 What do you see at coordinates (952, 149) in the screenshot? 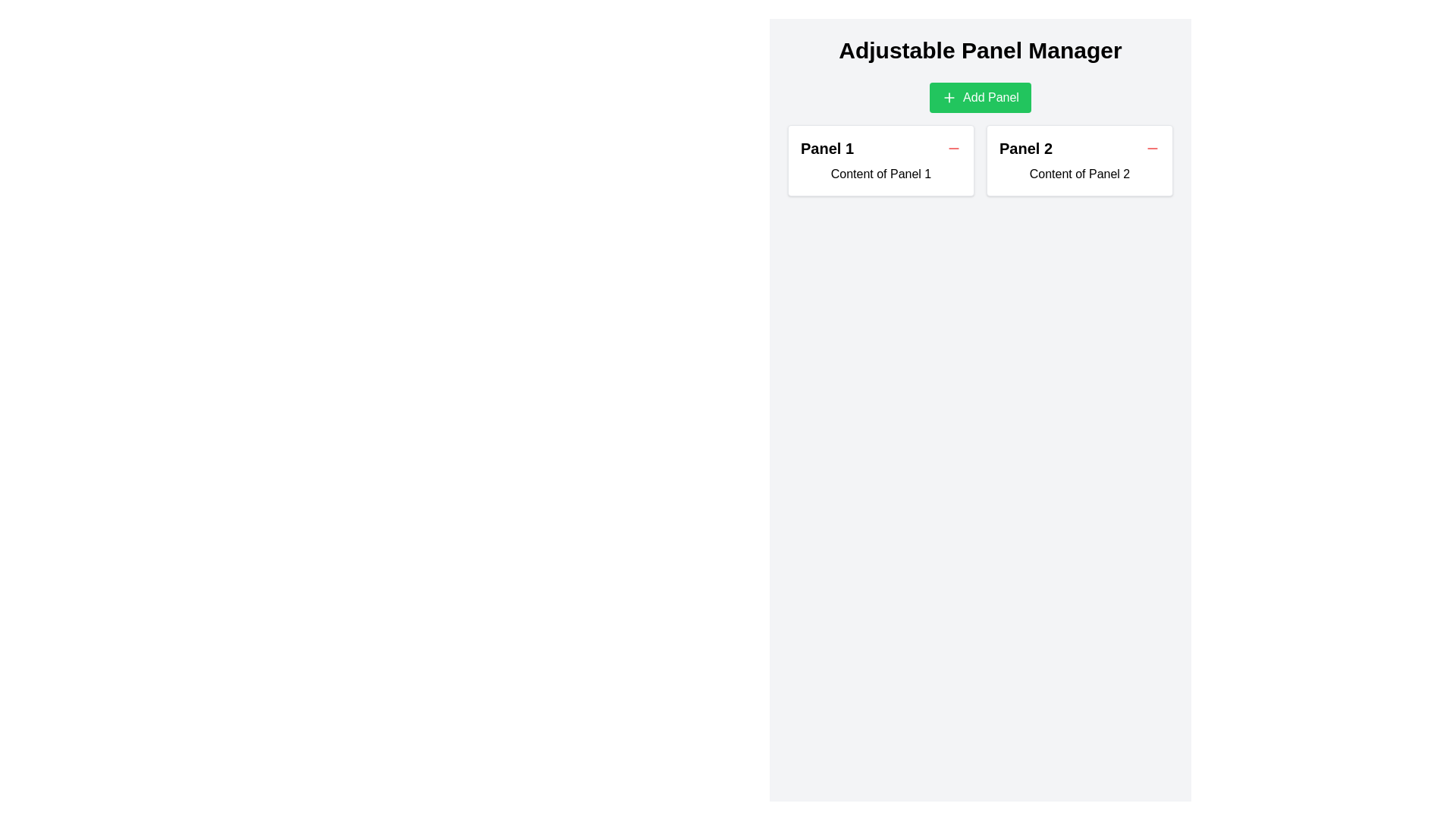
I see `the red circular minus icon located` at bounding box center [952, 149].